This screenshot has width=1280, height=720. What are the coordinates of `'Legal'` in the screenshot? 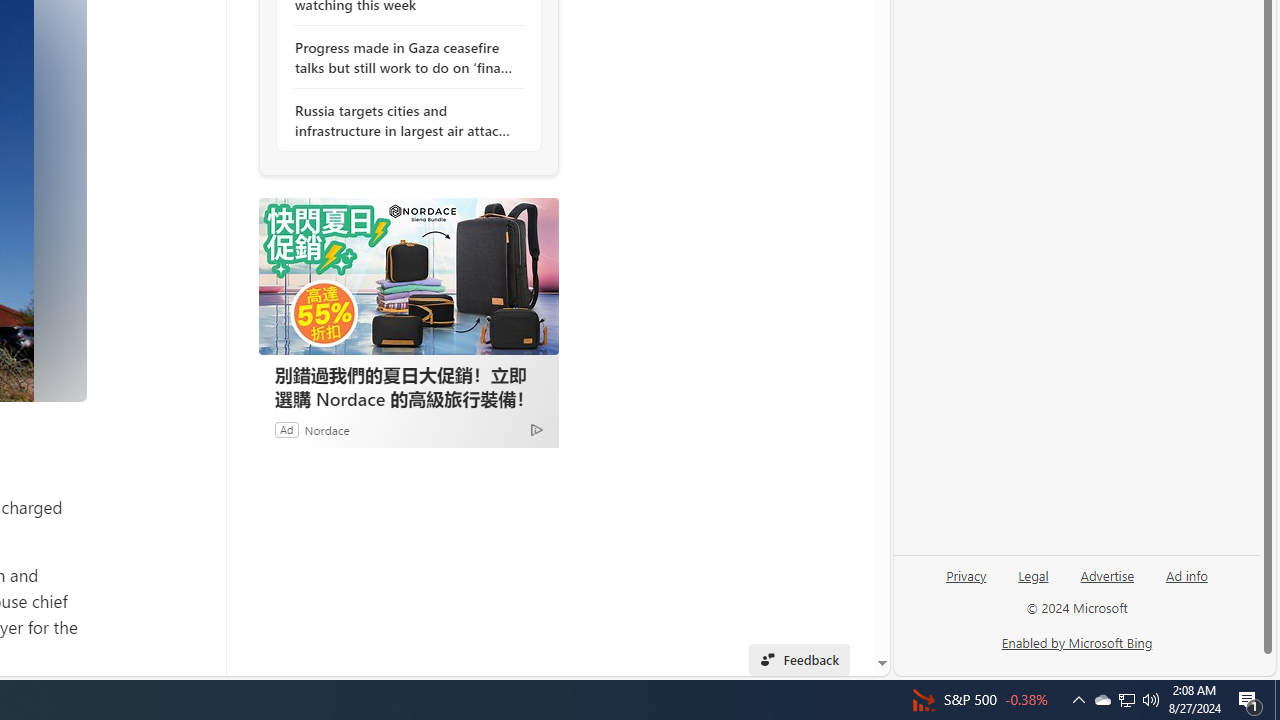 It's located at (1033, 574).